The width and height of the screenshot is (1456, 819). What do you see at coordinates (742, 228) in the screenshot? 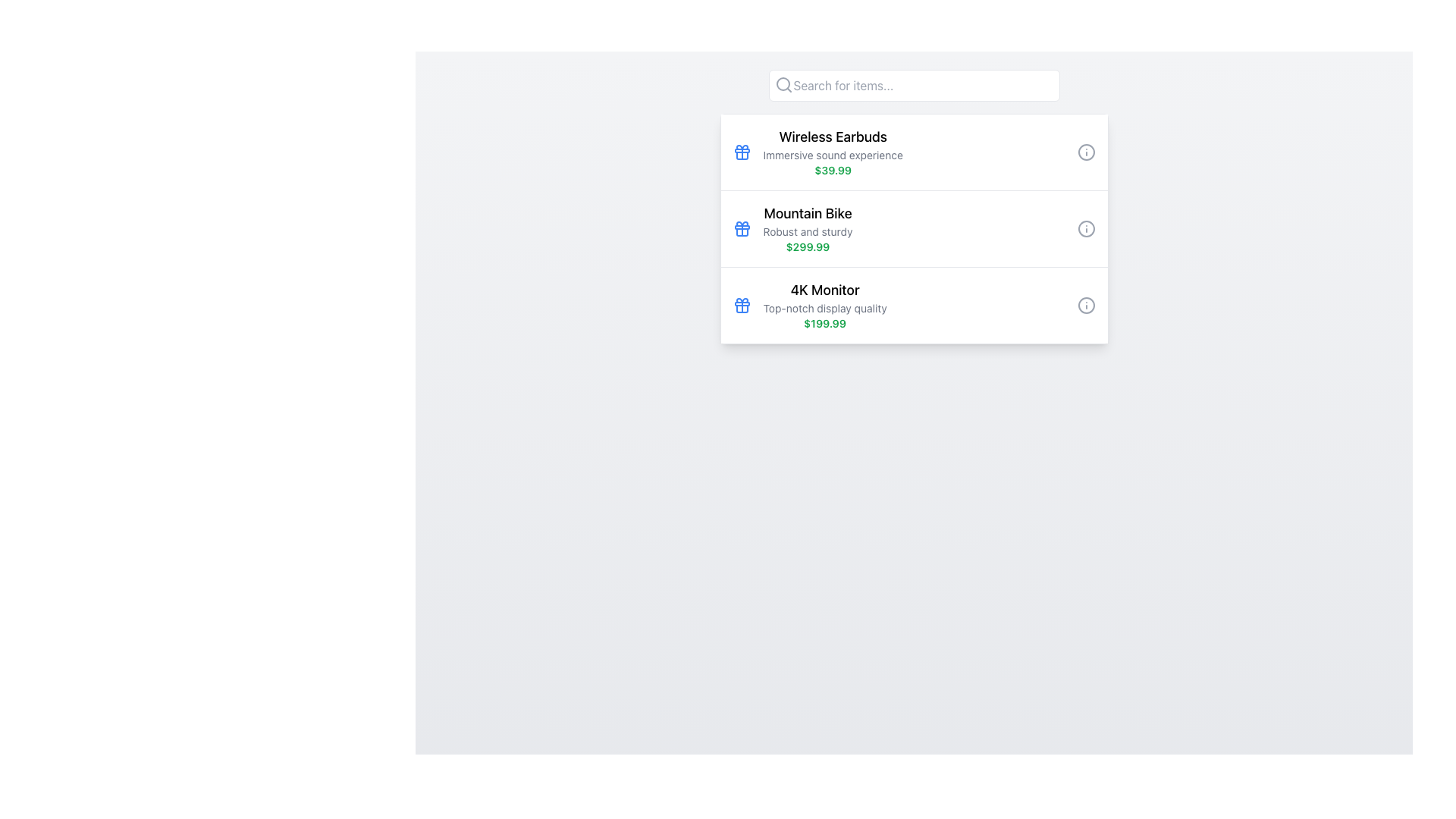
I see `the giftable icon for the 'Mountain Bike' item located in the second position of a vertical list, aligned to the left of the corresponding text` at bounding box center [742, 228].